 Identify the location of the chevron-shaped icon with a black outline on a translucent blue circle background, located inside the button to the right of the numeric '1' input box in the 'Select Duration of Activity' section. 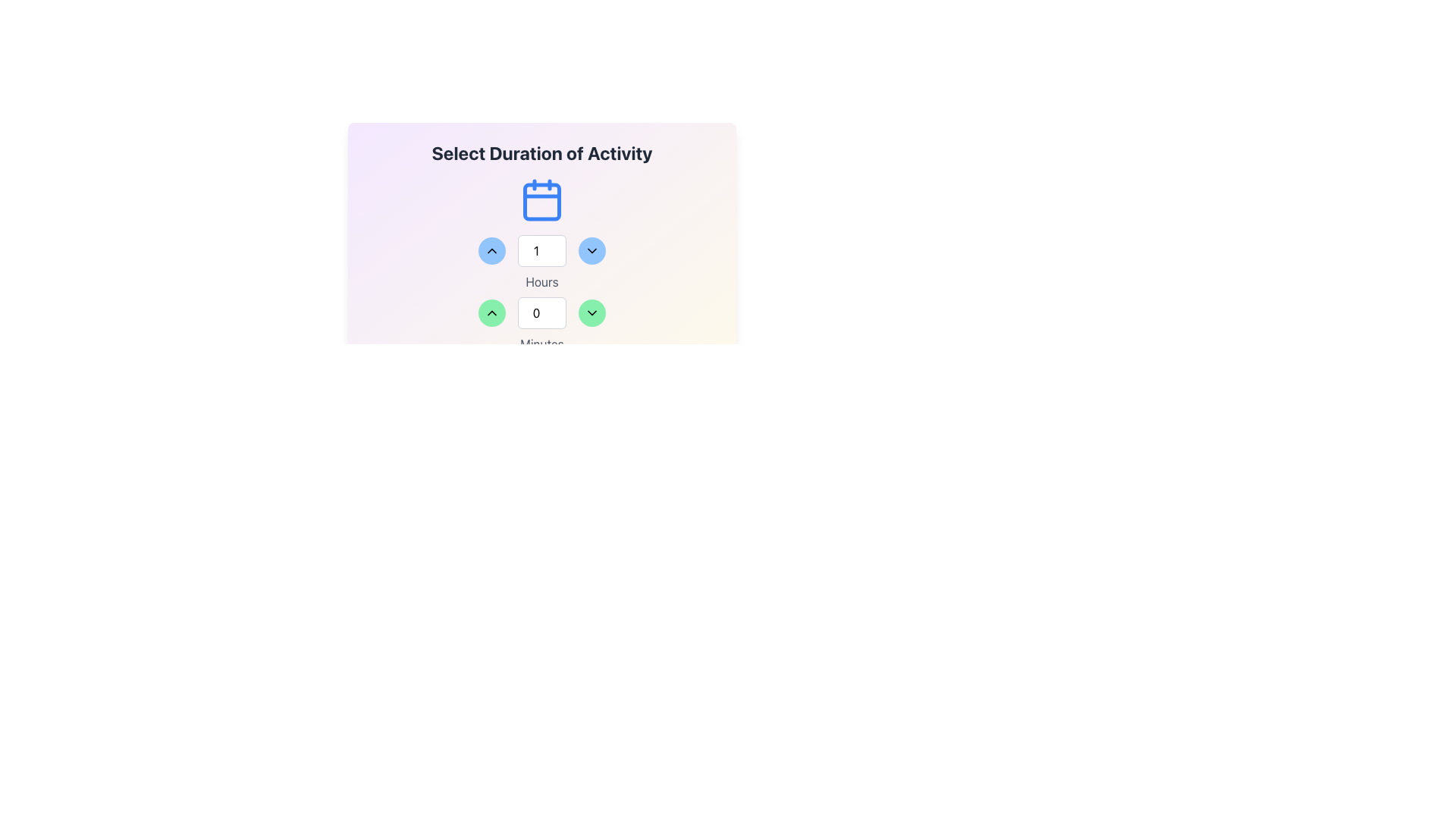
(591, 250).